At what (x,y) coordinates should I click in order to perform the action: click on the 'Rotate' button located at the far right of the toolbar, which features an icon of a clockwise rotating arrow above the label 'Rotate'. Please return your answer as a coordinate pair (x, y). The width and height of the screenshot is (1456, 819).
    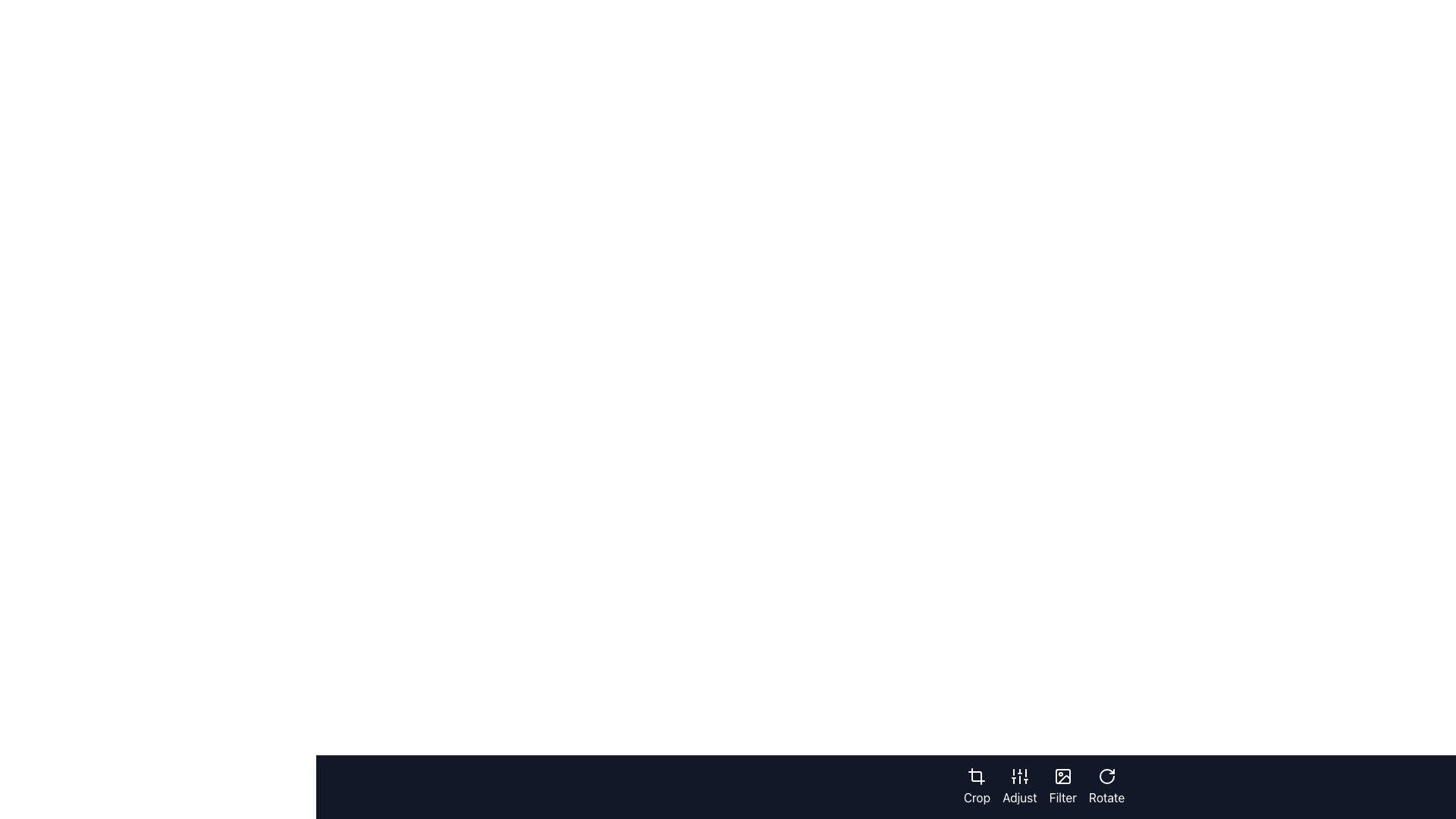
    Looking at the image, I should click on (1106, 786).